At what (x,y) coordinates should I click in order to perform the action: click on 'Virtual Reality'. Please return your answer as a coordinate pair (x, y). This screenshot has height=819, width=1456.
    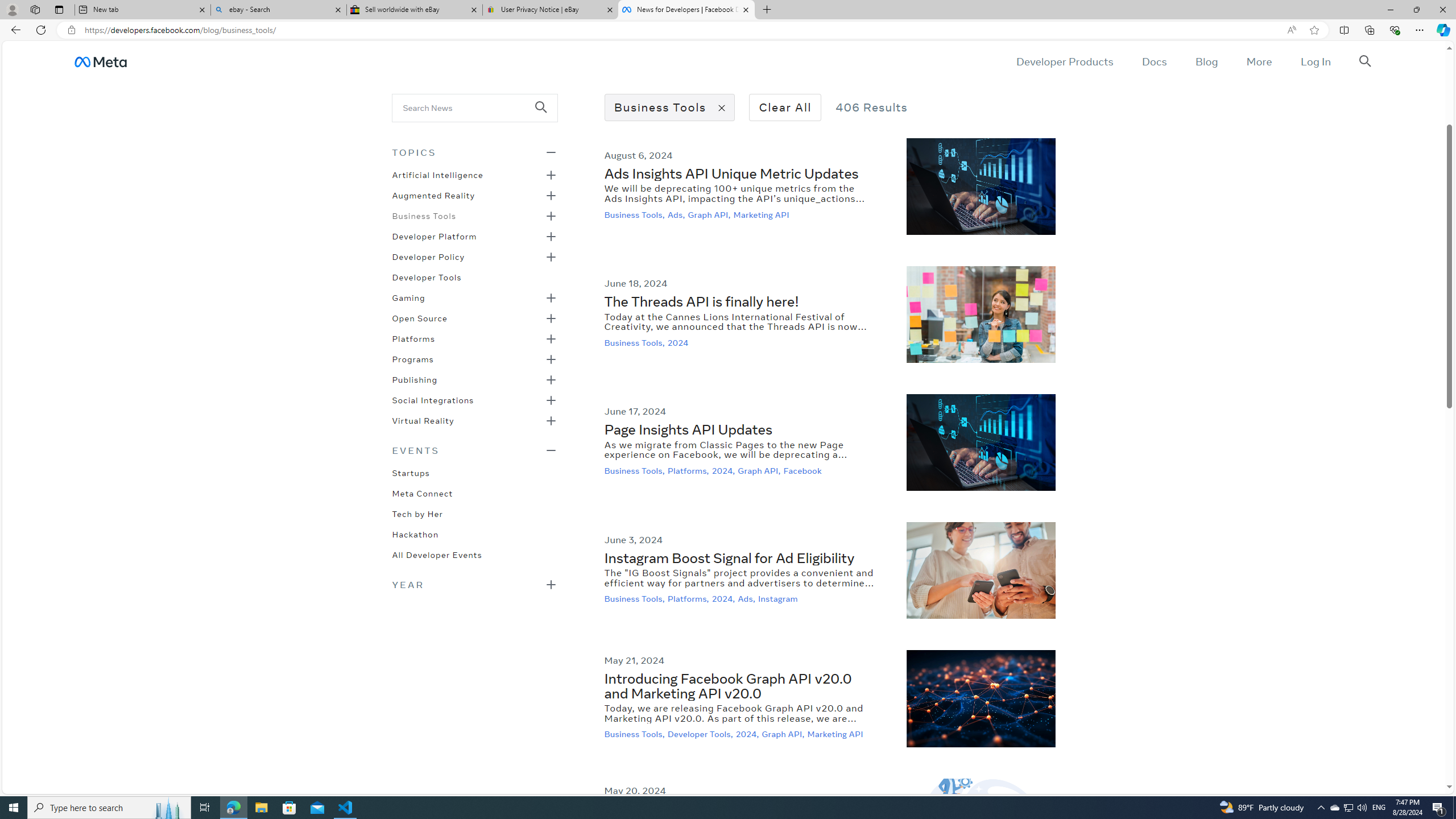
    Looking at the image, I should click on (422, 419).